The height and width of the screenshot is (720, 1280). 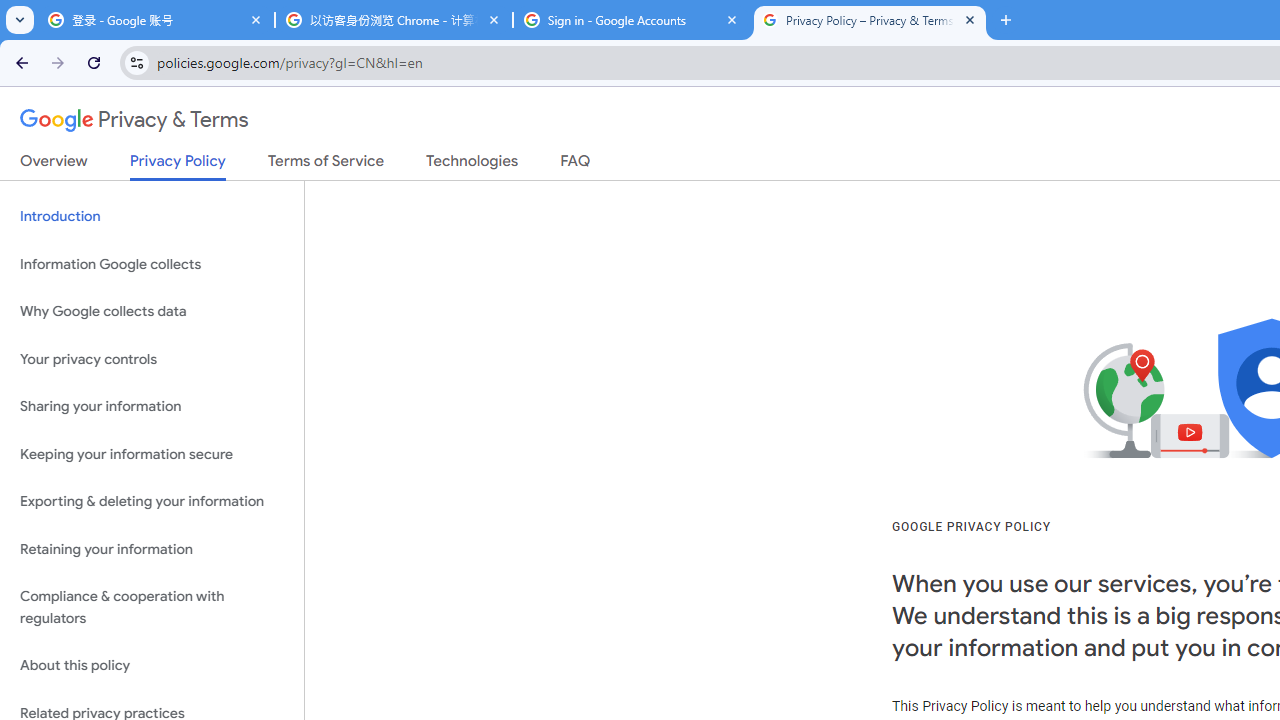 What do you see at coordinates (177, 165) in the screenshot?
I see `'Privacy Policy'` at bounding box center [177, 165].